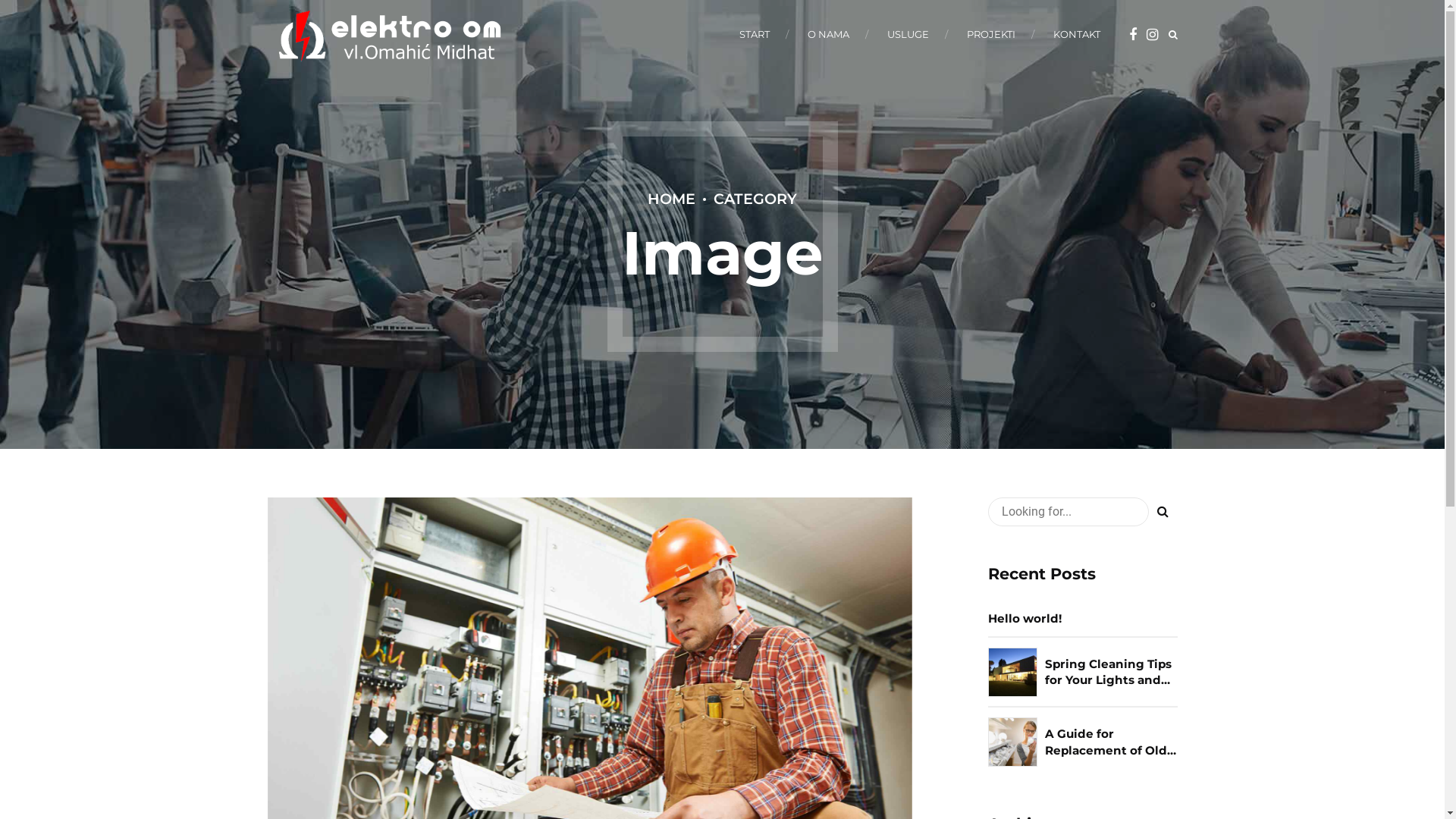 Image resolution: width=1456 pixels, height=819 pixels. What do you see at coordinates (670, 198) in the screenshot?
I see `'HOME'` at bounding box center [670, 198].